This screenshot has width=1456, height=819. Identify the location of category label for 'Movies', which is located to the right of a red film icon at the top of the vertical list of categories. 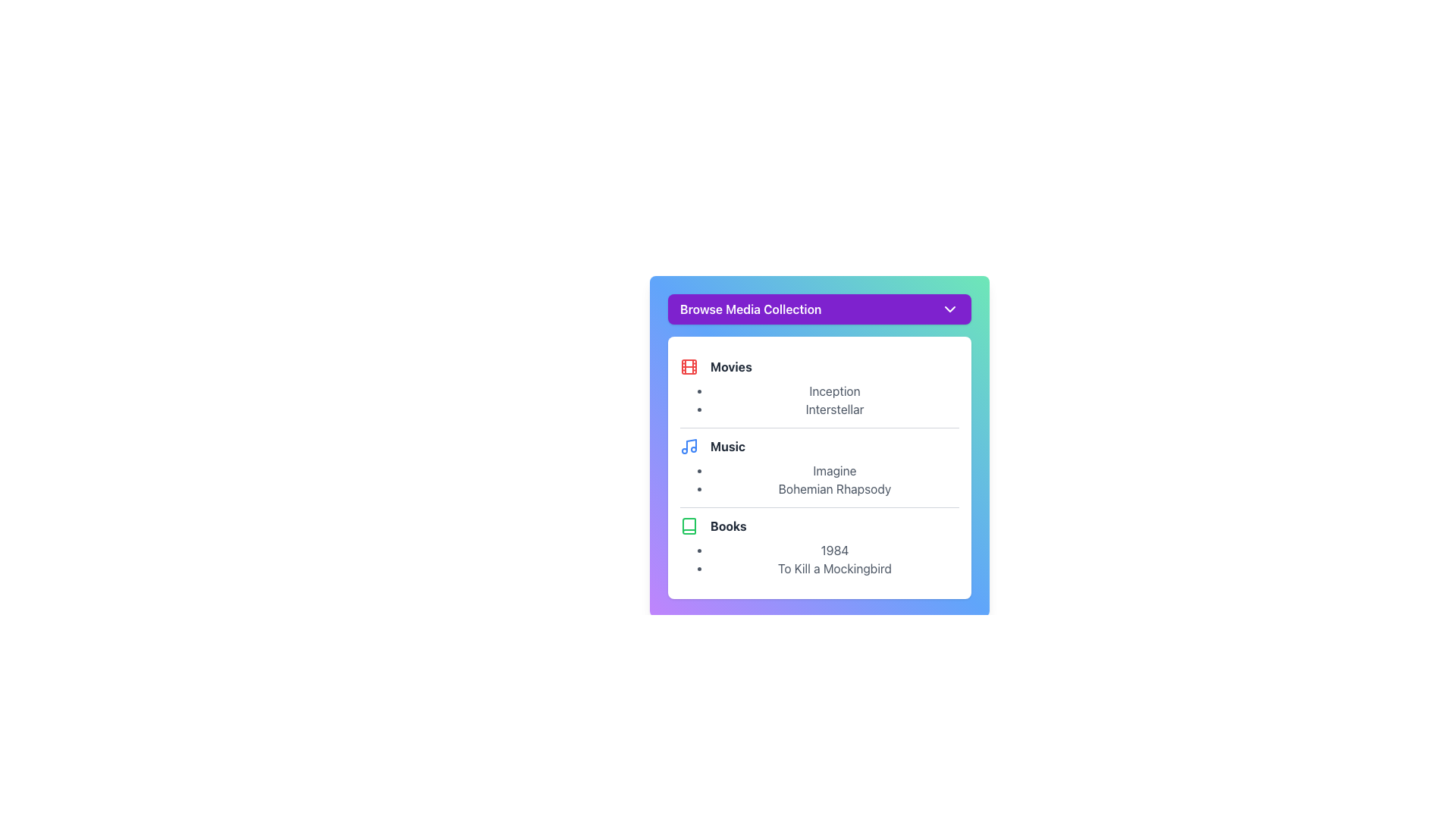
(731, 366).